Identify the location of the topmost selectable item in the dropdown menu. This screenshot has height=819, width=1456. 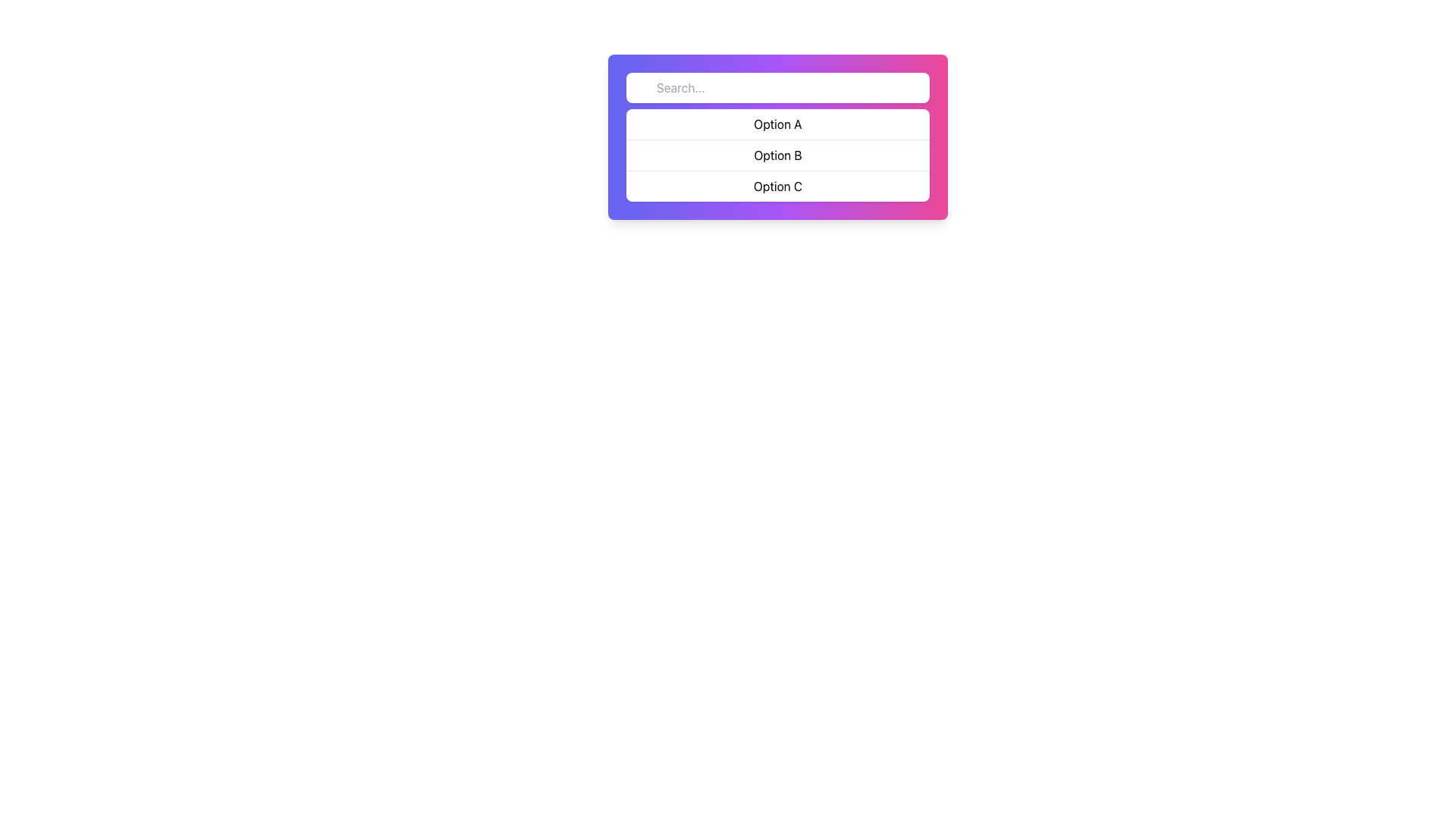
(778, 124).